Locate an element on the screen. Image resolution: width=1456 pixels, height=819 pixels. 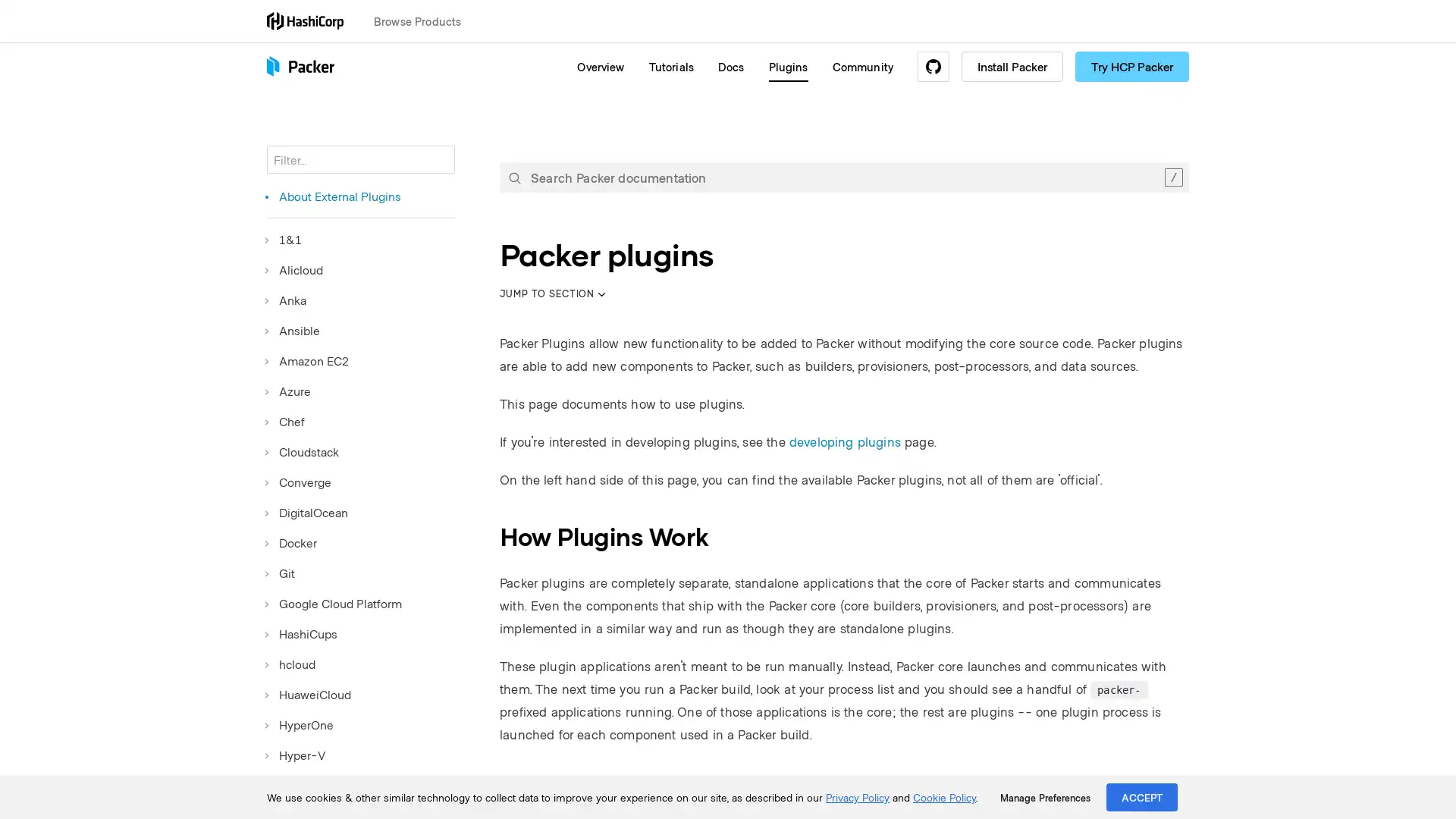
HyperOne is located at coordinates (300, 724).